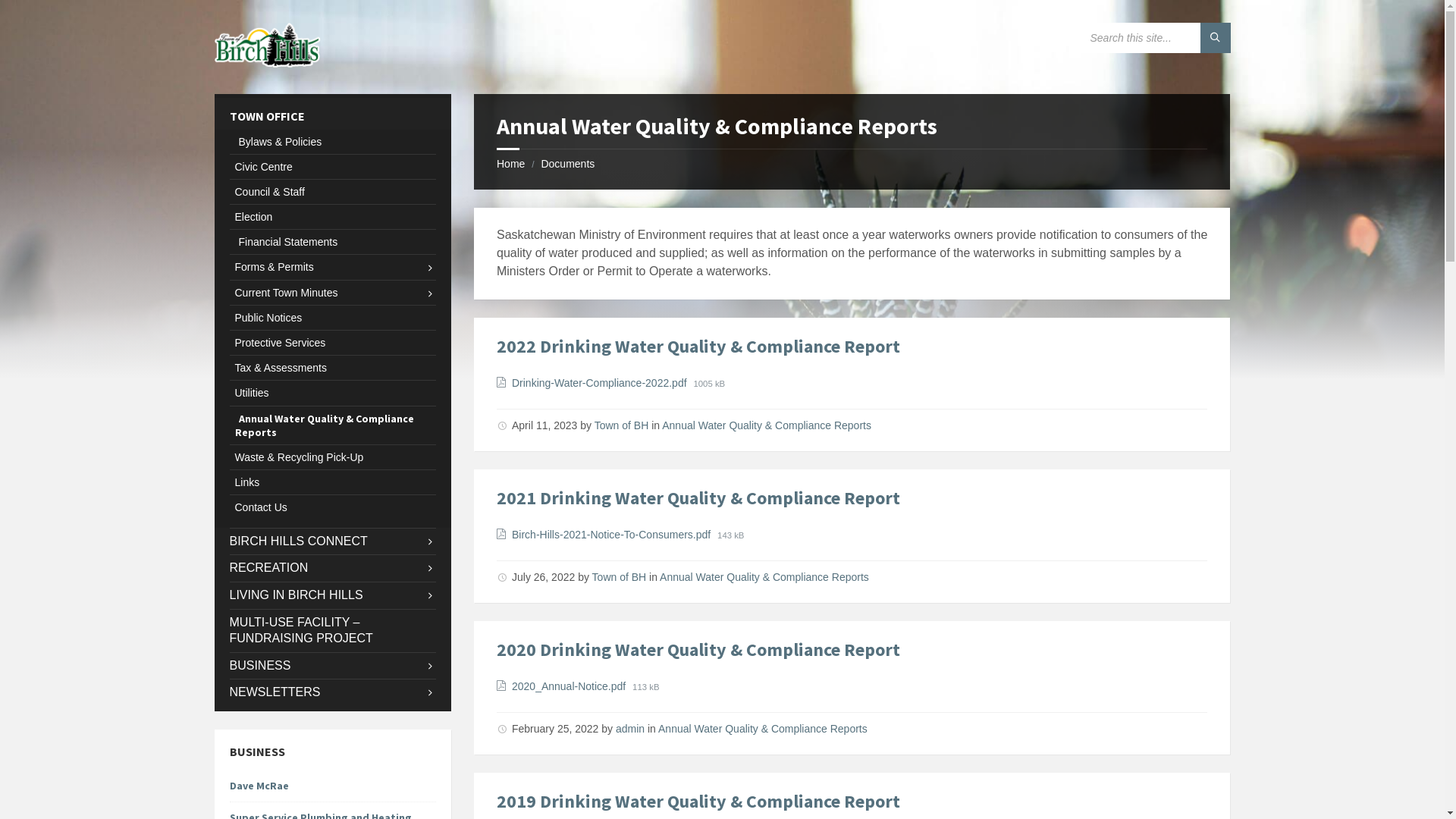 The width and height of the screenshot is (1456, 819). Describe the element at coordinates (331, 692) in the screenshot. I see `'NEWSLETTERS'` at that location.